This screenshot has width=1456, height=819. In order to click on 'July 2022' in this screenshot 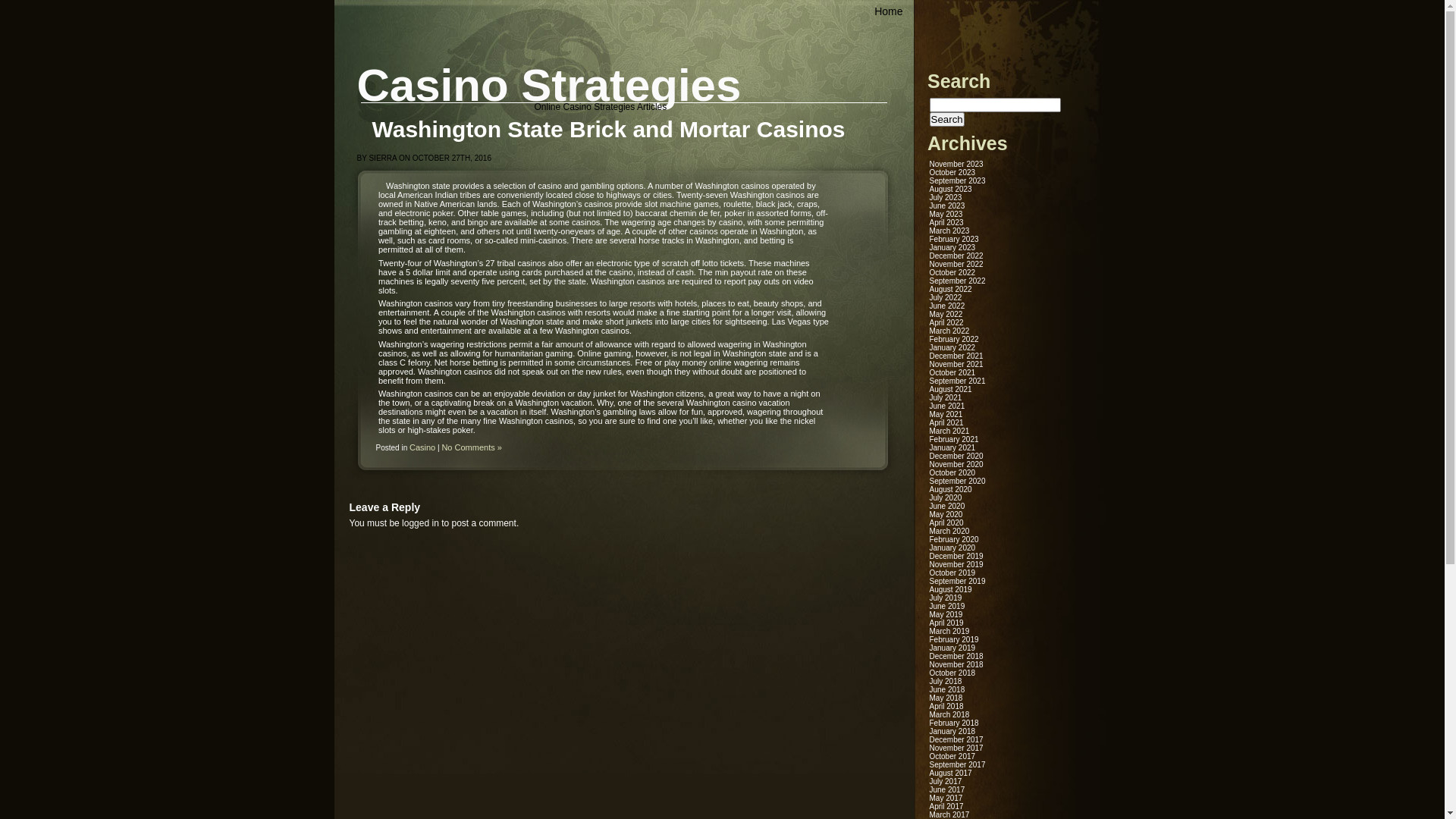, I will do `click(945, 297)`.